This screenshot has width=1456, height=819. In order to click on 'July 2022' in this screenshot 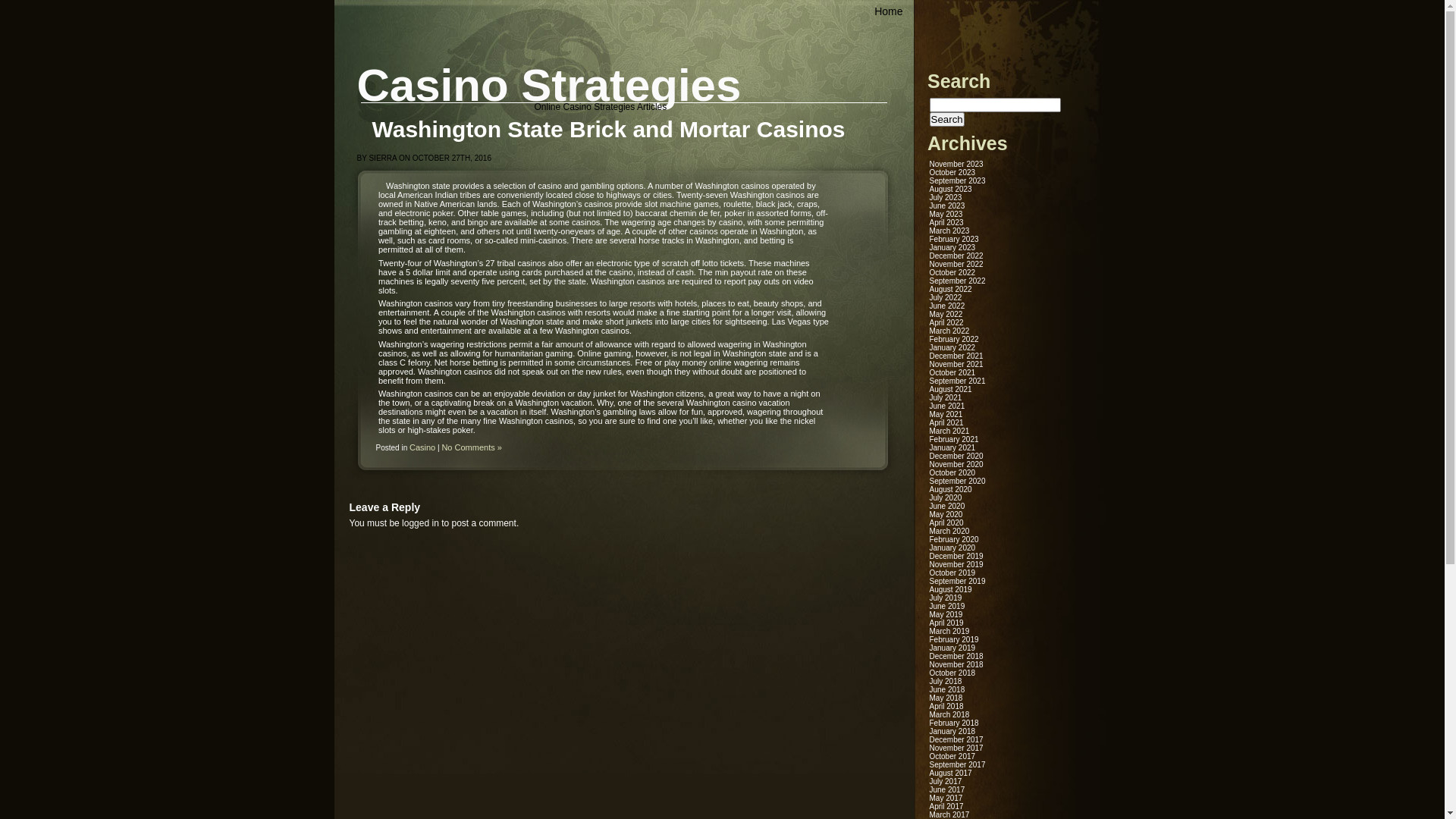, I will do `click(945, 297)`.